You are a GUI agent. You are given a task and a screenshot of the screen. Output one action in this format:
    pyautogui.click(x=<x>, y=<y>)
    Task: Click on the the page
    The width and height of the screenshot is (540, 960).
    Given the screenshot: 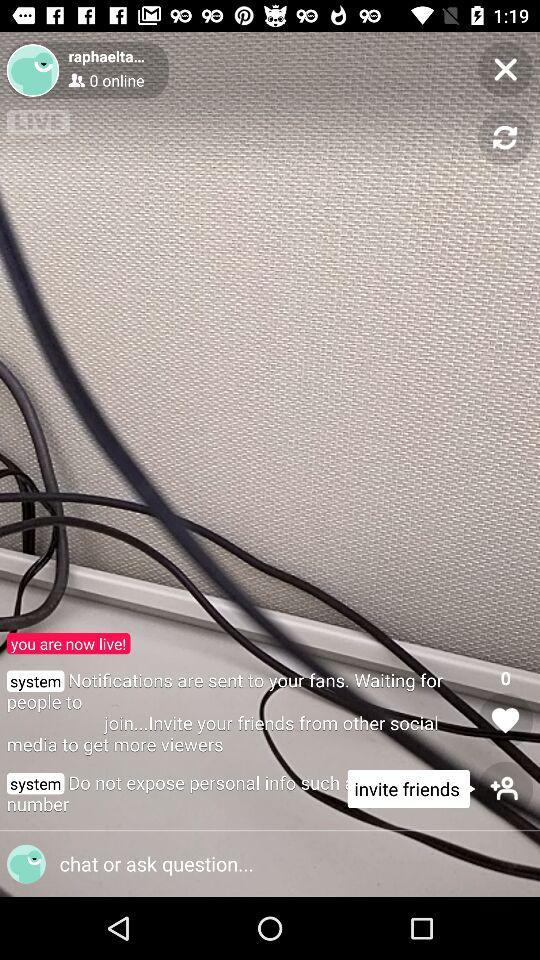 What is the action you would take?
    pyautogui.click(x=504, y=69)
    